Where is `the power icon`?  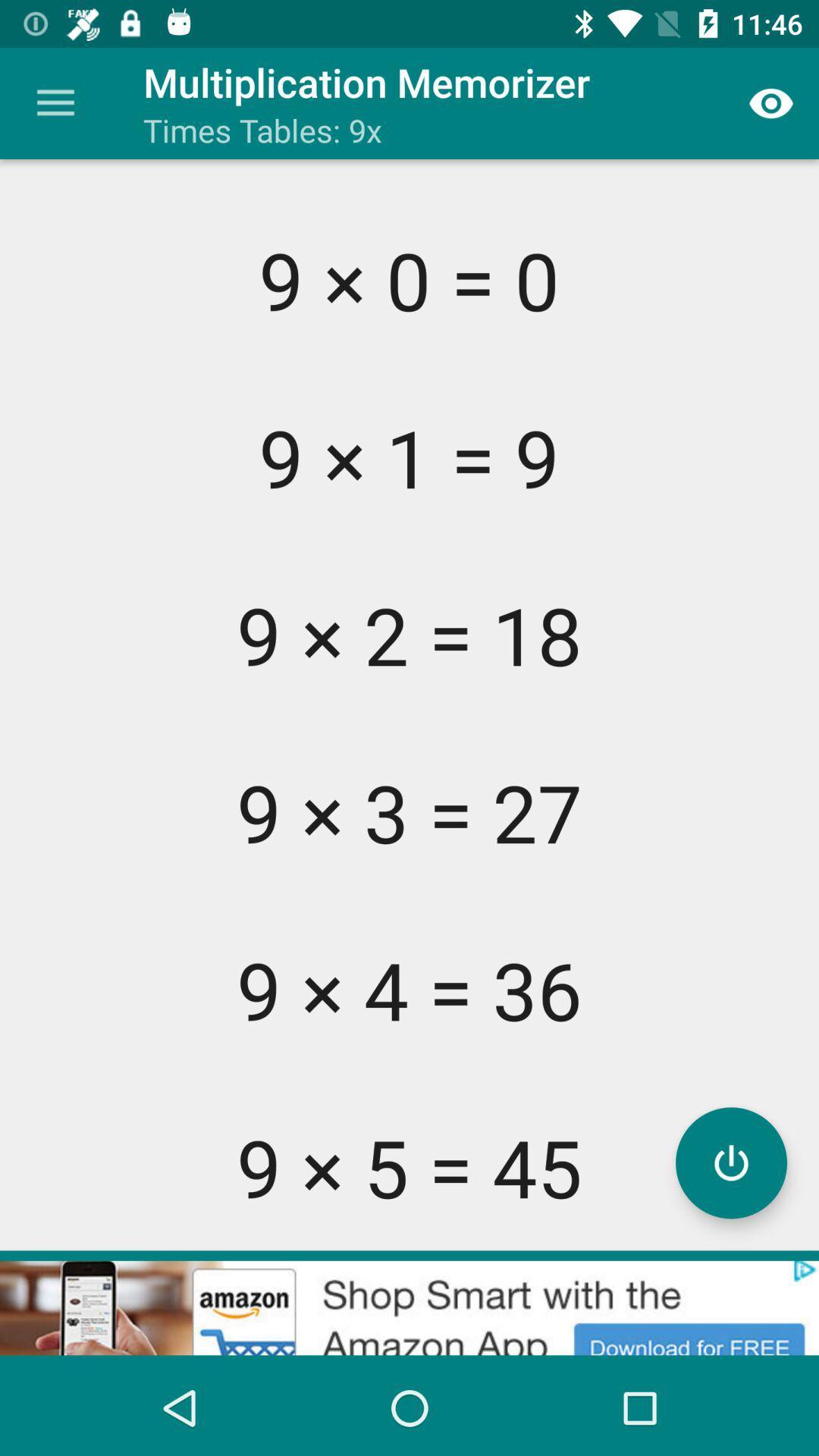 the power icon is located at coordinates (730, 1162).